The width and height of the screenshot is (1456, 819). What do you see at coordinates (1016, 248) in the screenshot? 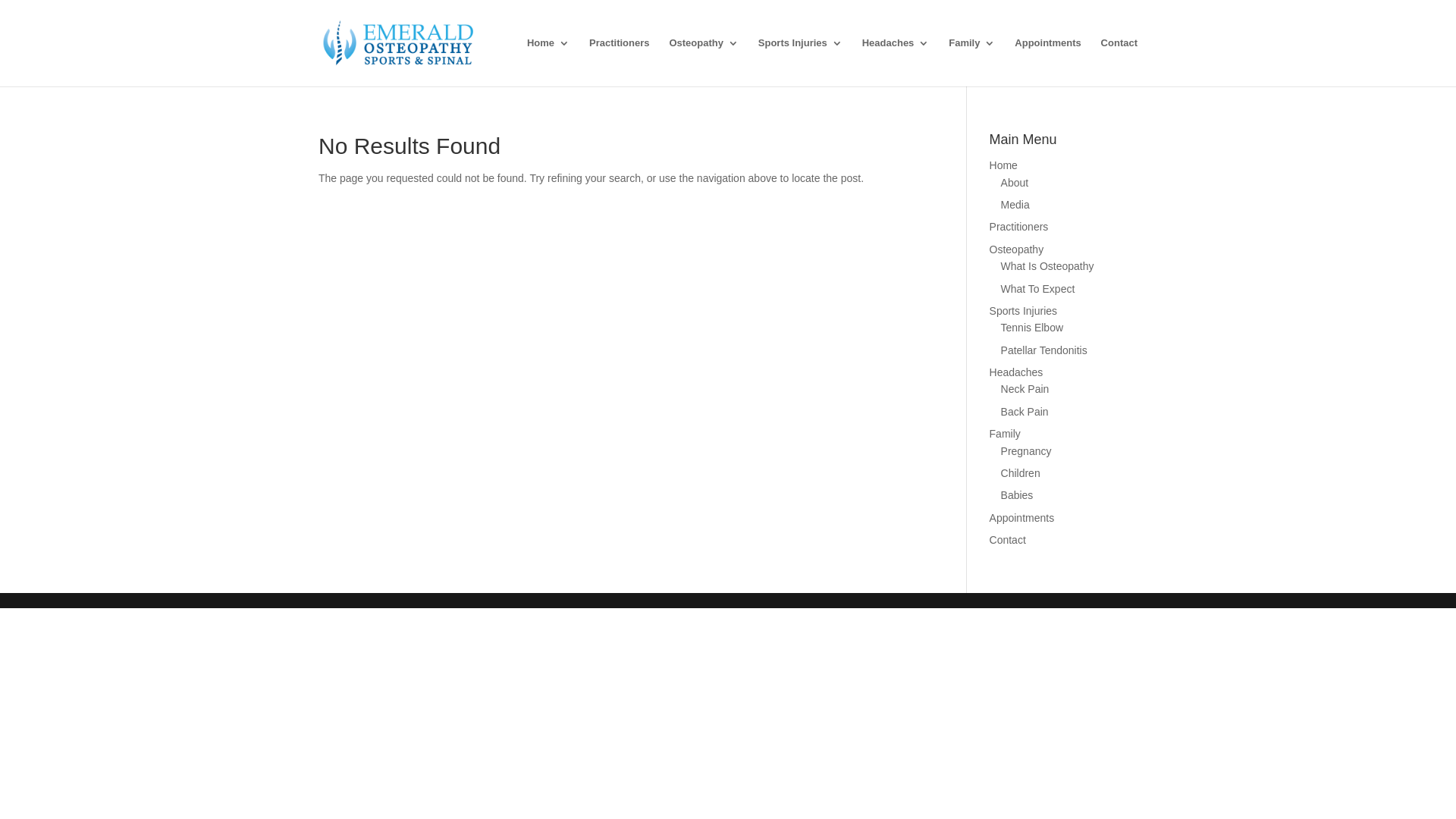
I see `'Osteopathy'` at bounding box center [1016, 248].